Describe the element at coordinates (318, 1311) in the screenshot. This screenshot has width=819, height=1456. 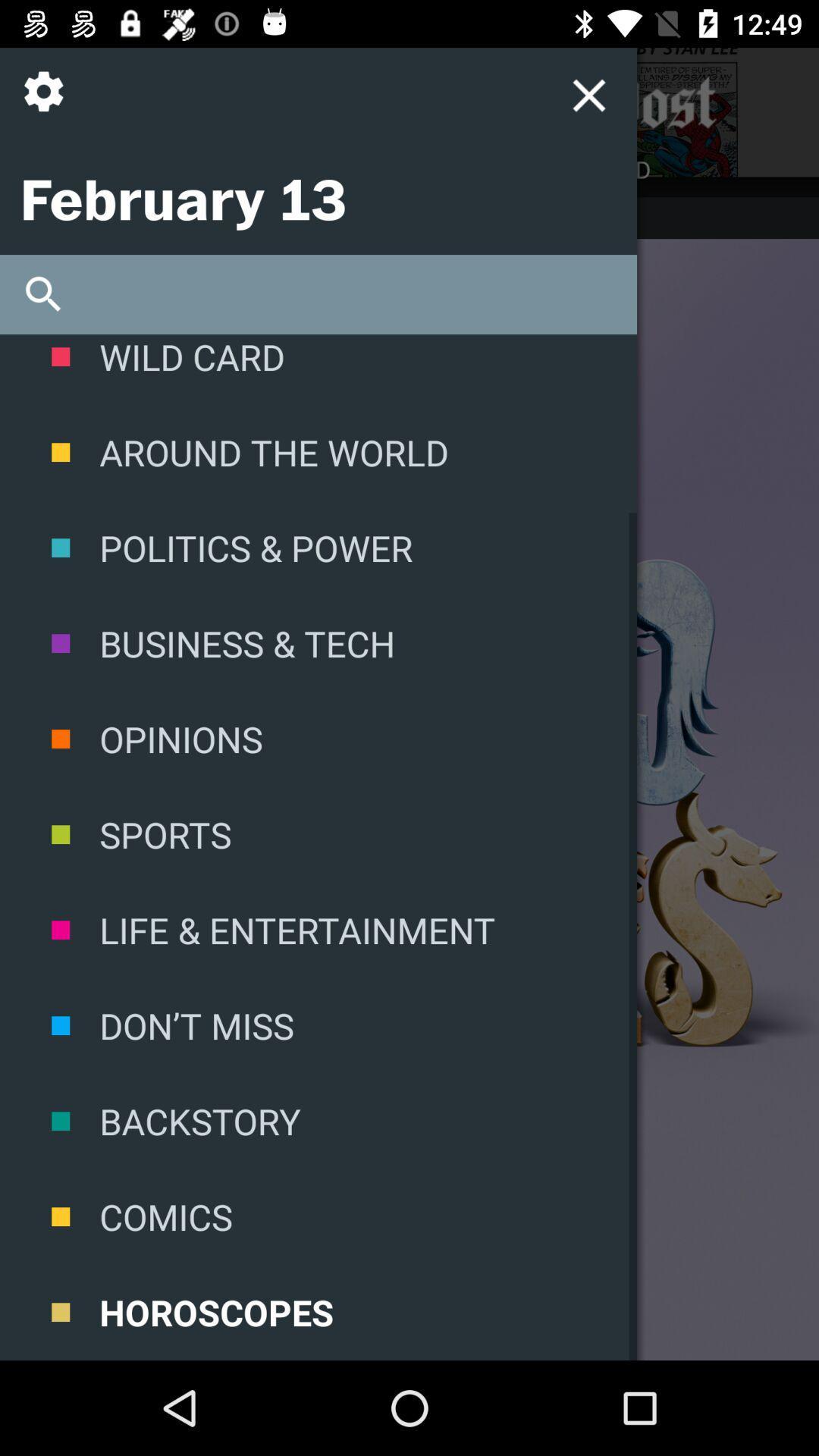
I see `the horoscopes icon` at that location.